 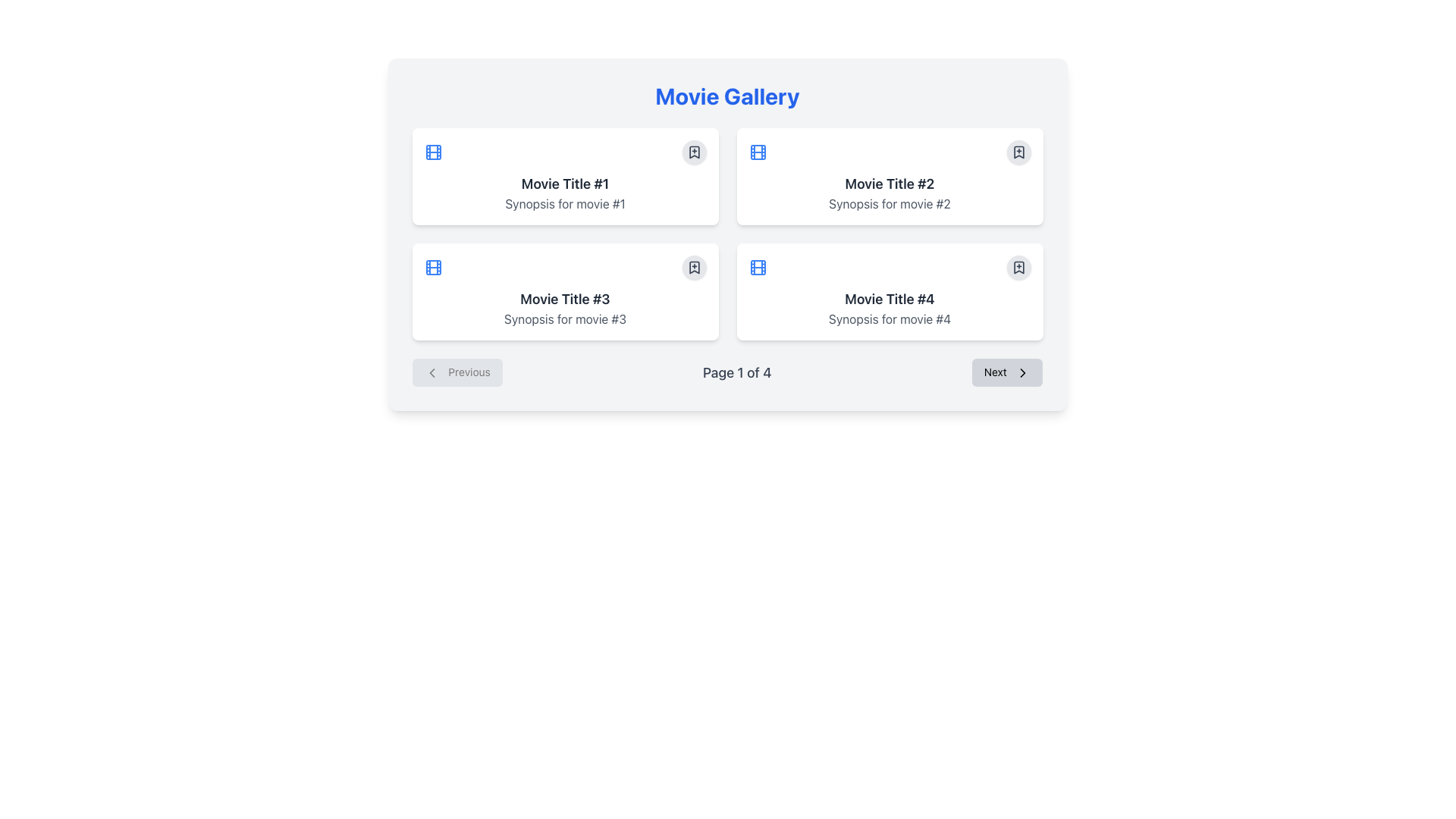 I want to click on the 'Previous' button which contains a leftward-pointing chevron icon for navigation, so click(x=431, y=373).